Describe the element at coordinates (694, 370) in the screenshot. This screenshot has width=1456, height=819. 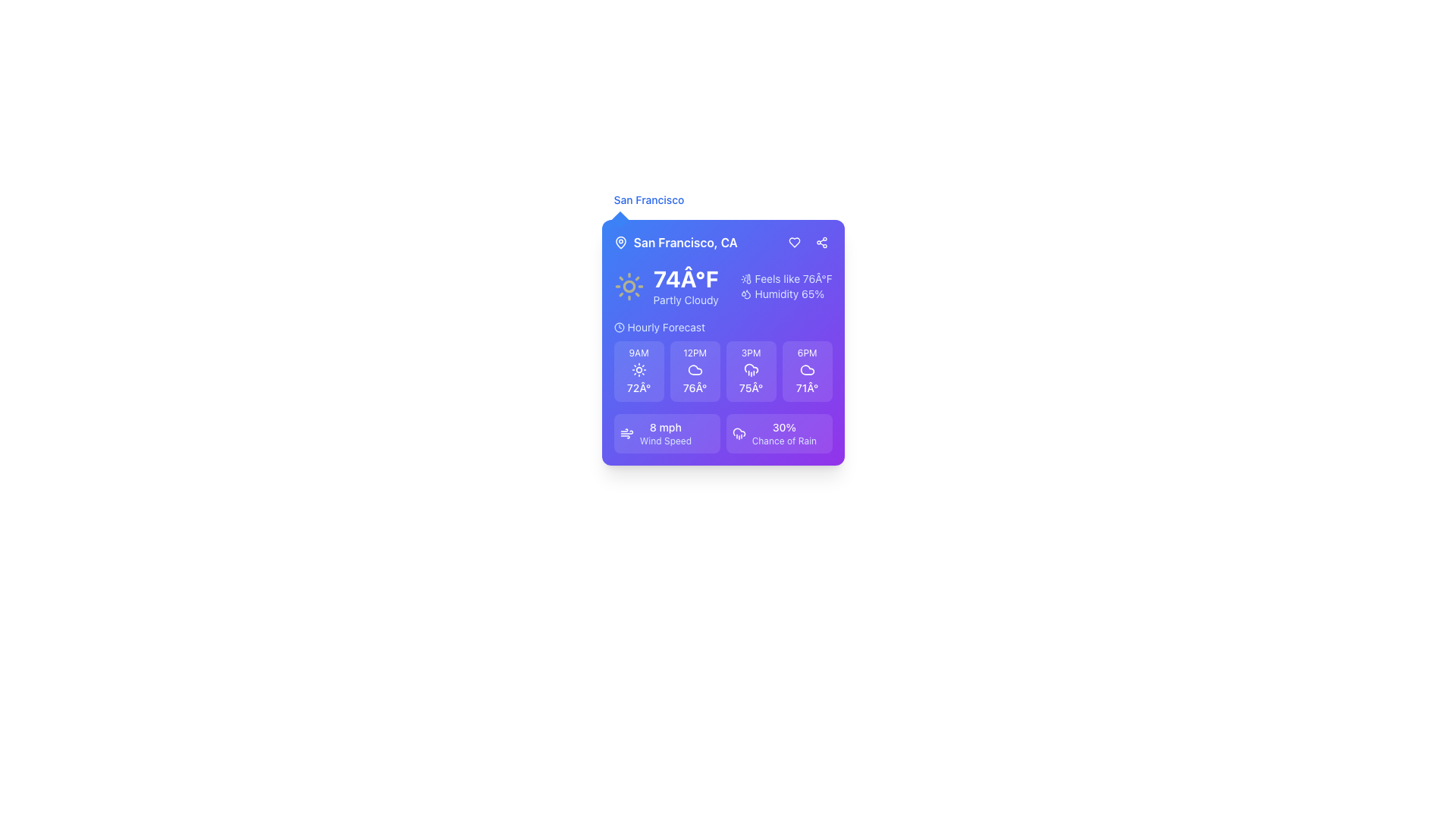
I see `the cloudy conditions vector graphic icon in the weather forecast card` at that location.